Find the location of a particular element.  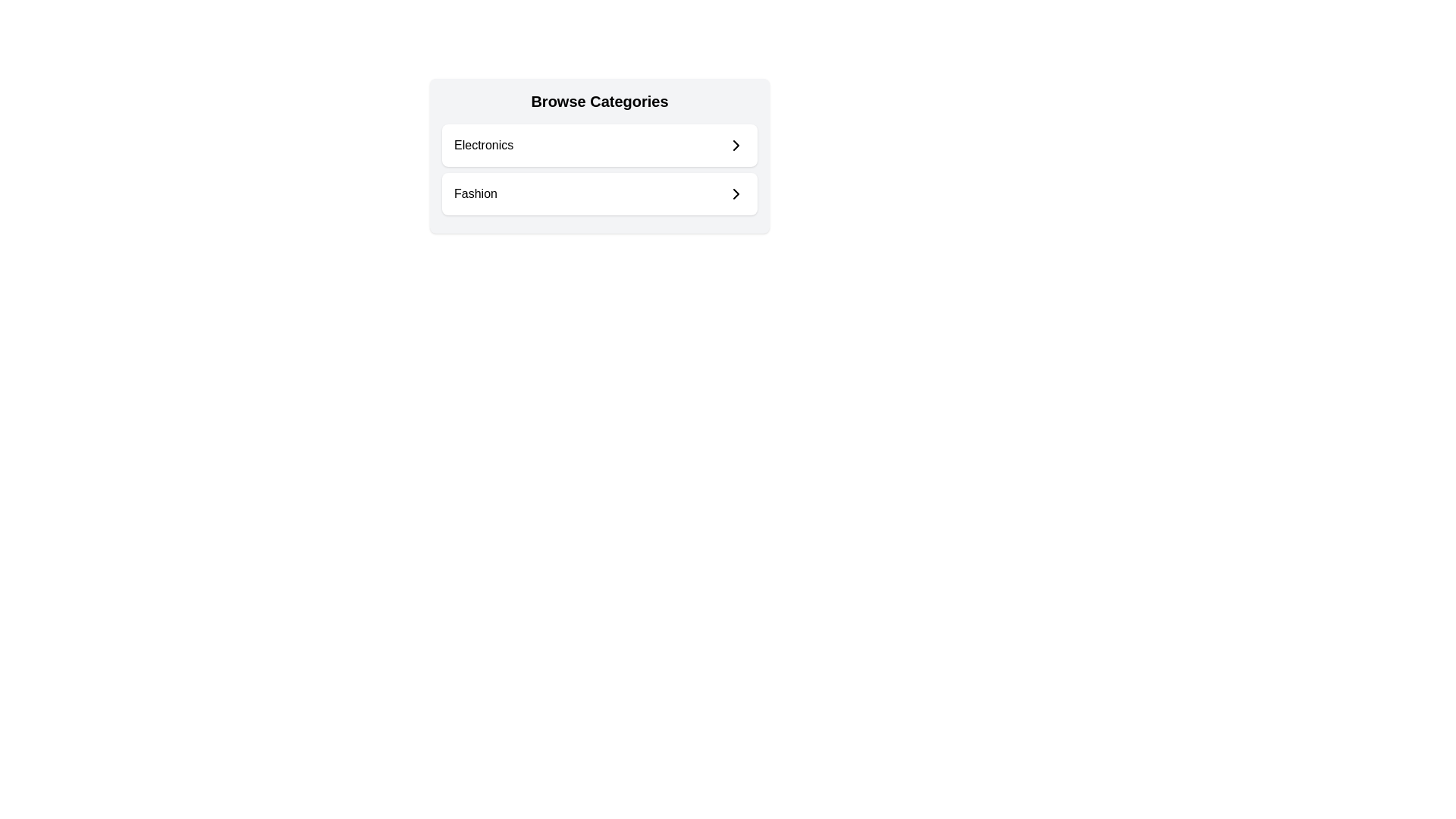

the rightward-pointing chevron arrow icon located to the far right in the row with the text 'Fashion', which indicates navigation or progression is located at coordinates (736, 193).